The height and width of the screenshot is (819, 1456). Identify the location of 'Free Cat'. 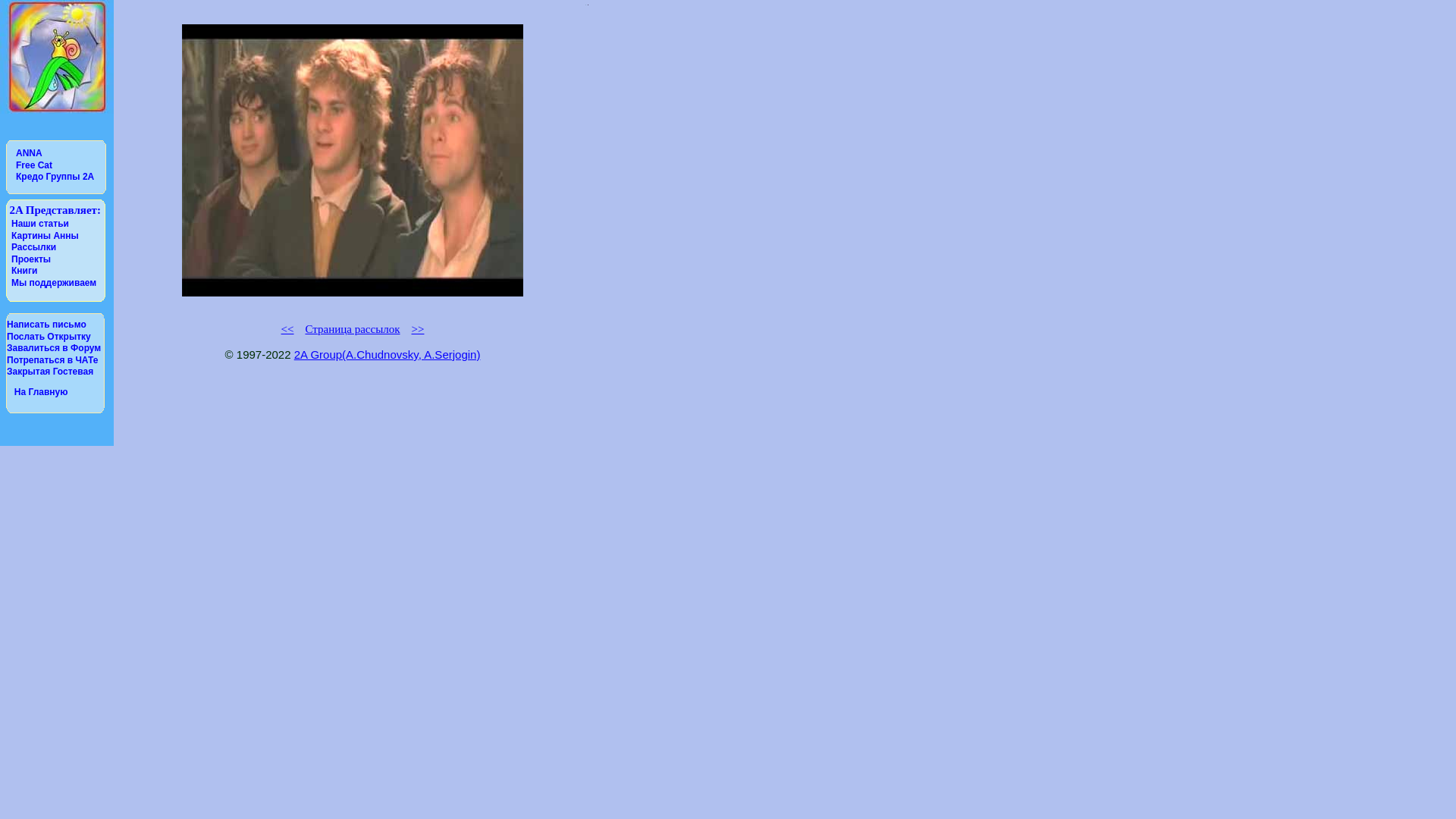
(15, 165).